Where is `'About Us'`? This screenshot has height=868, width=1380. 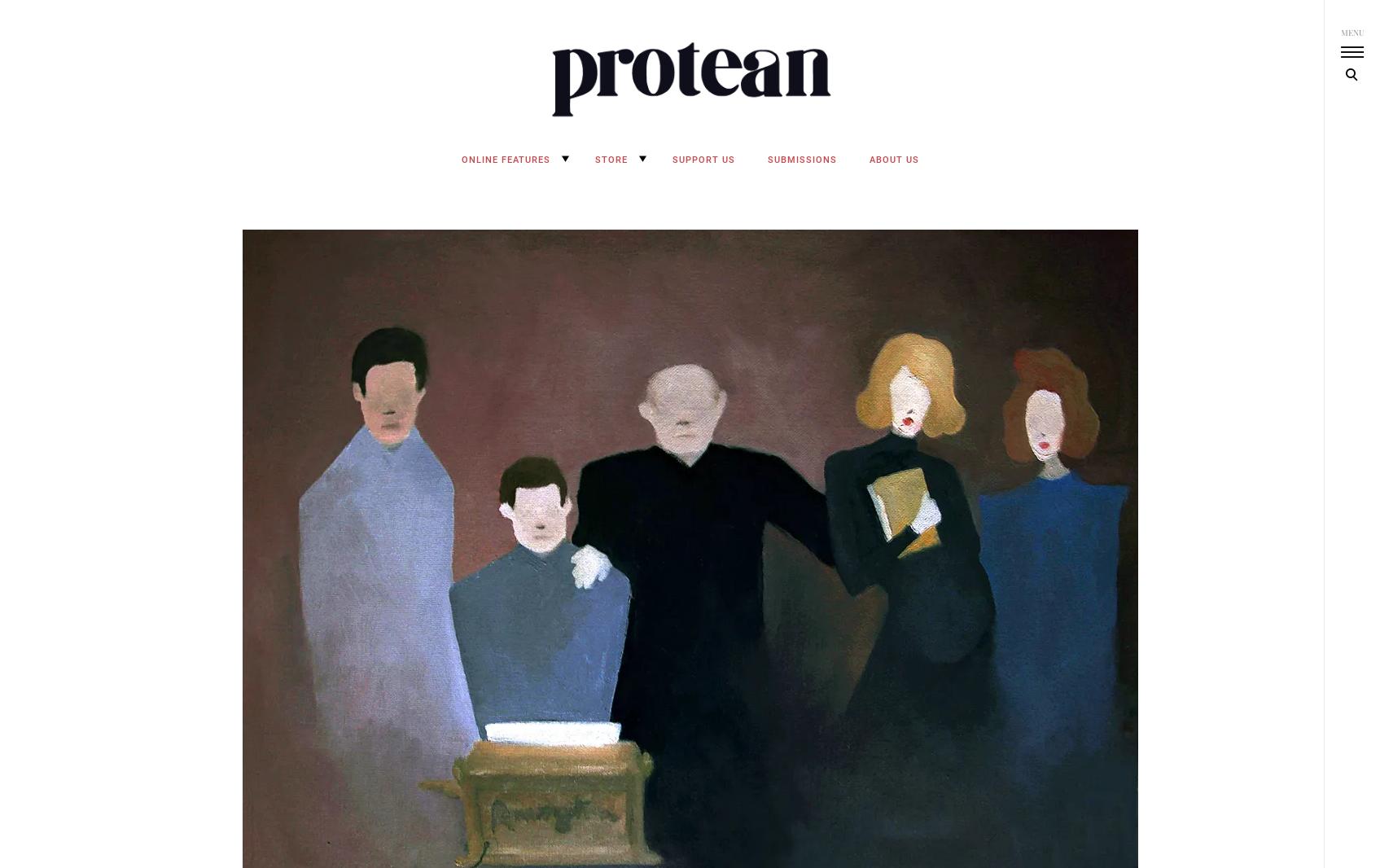
'About Us' is located at coordinates (893, 159).